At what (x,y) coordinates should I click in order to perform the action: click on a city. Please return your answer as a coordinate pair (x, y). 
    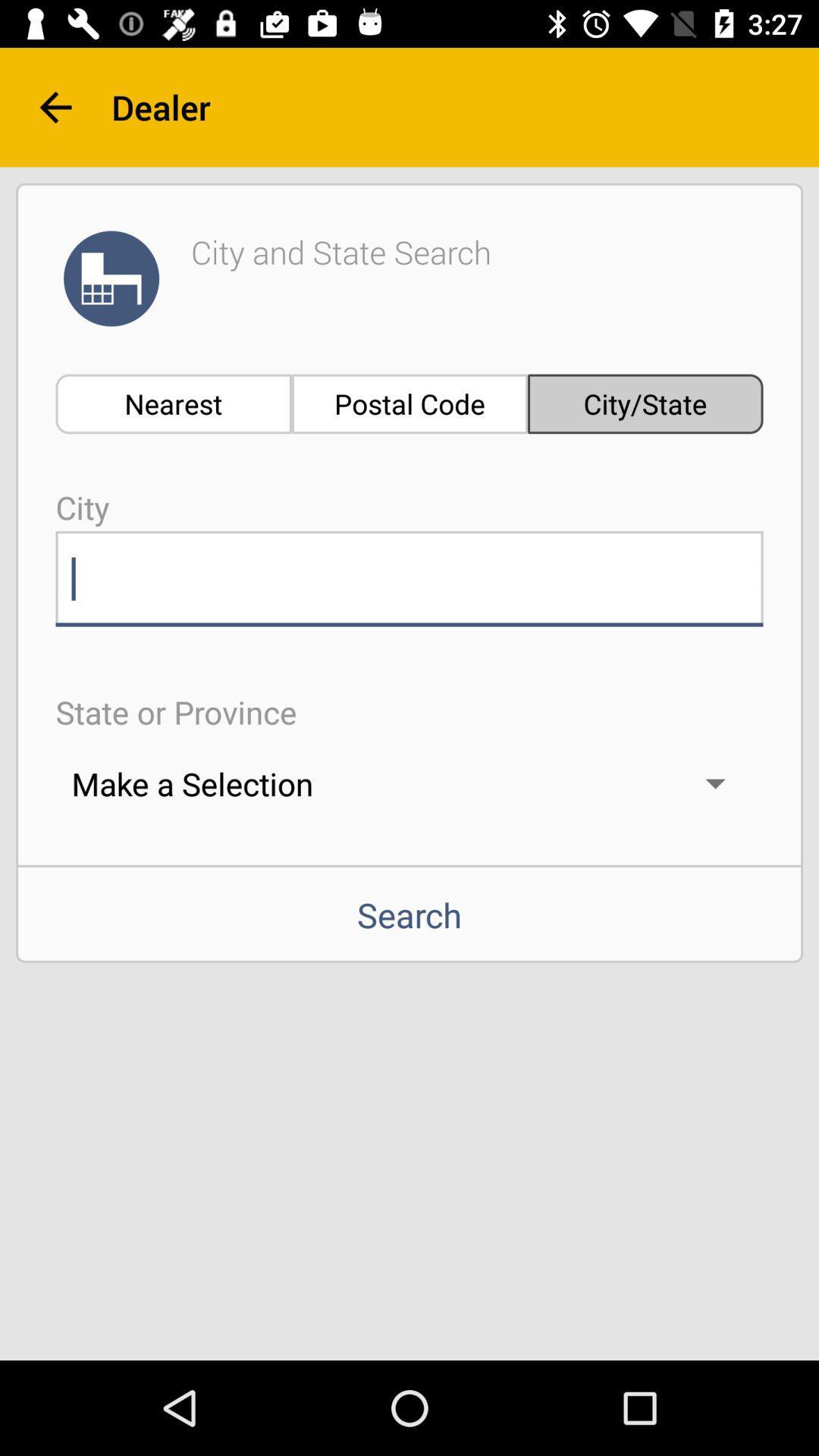
    Looking at the image, I should click on (409, 578).